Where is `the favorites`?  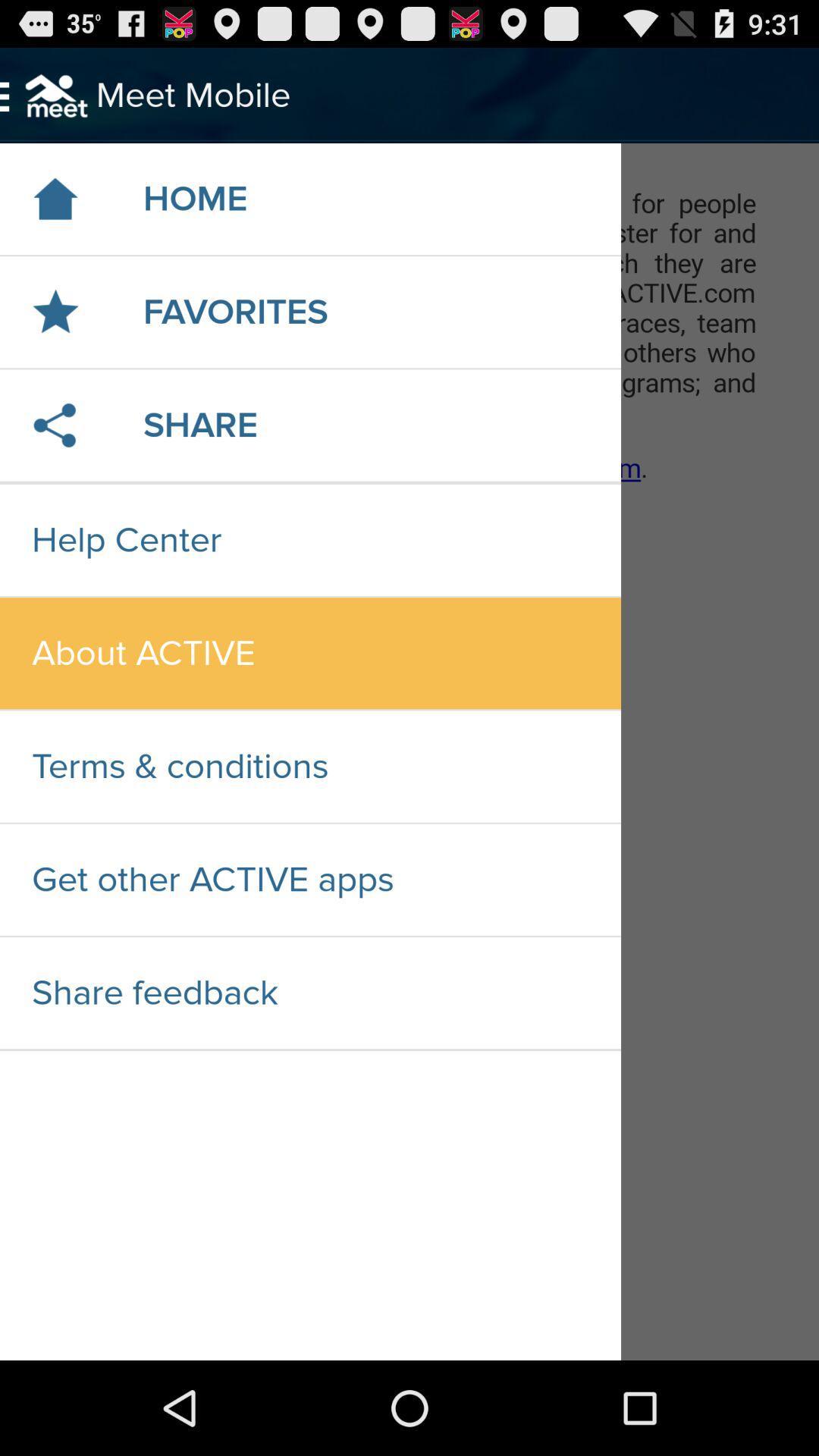
the favorites is located at coordinates (235, 311).